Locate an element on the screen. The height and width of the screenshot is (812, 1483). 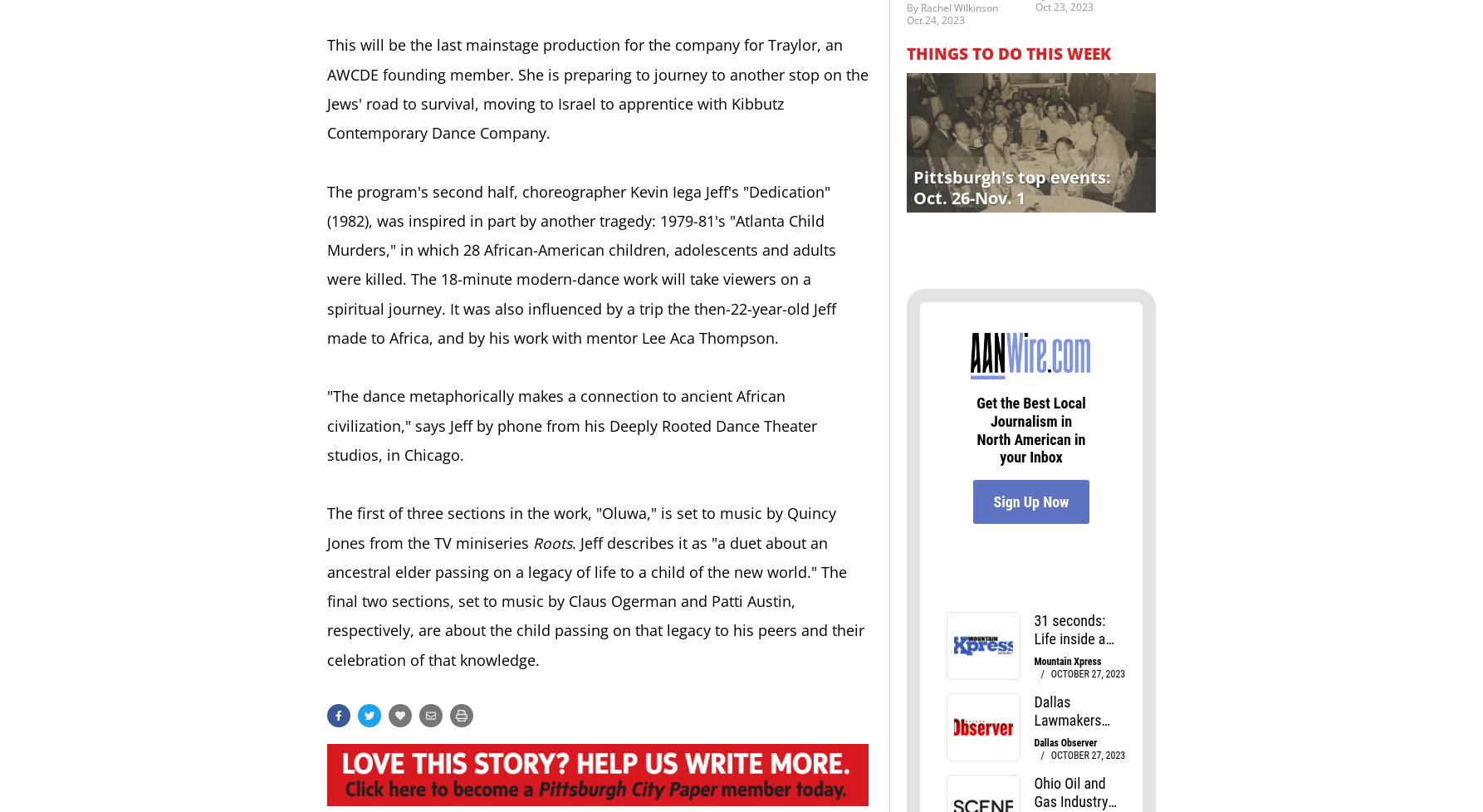
'. Jeff describes it as "a duet about an ancestral elder passing on a legacy of life to a child of the new world." The final two sections, set to music by Claus Ogerman and Patti Austin, respectively, are about the child passing on that legacy to his peers and their celebration of that knowledge.' is located at coordinates (595, 600).